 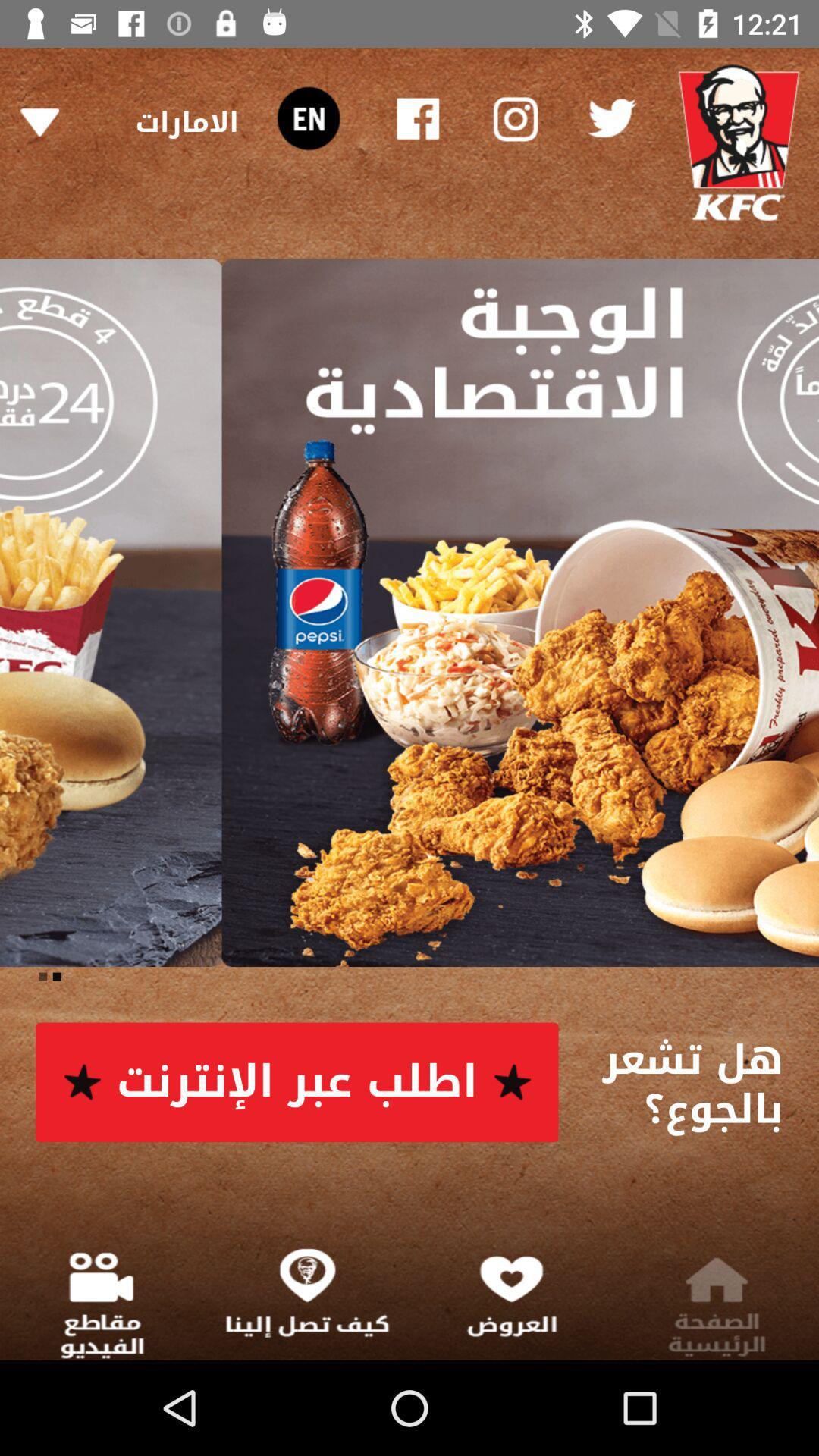 I want to click on the twitter icon, so click(x=610, y=118).